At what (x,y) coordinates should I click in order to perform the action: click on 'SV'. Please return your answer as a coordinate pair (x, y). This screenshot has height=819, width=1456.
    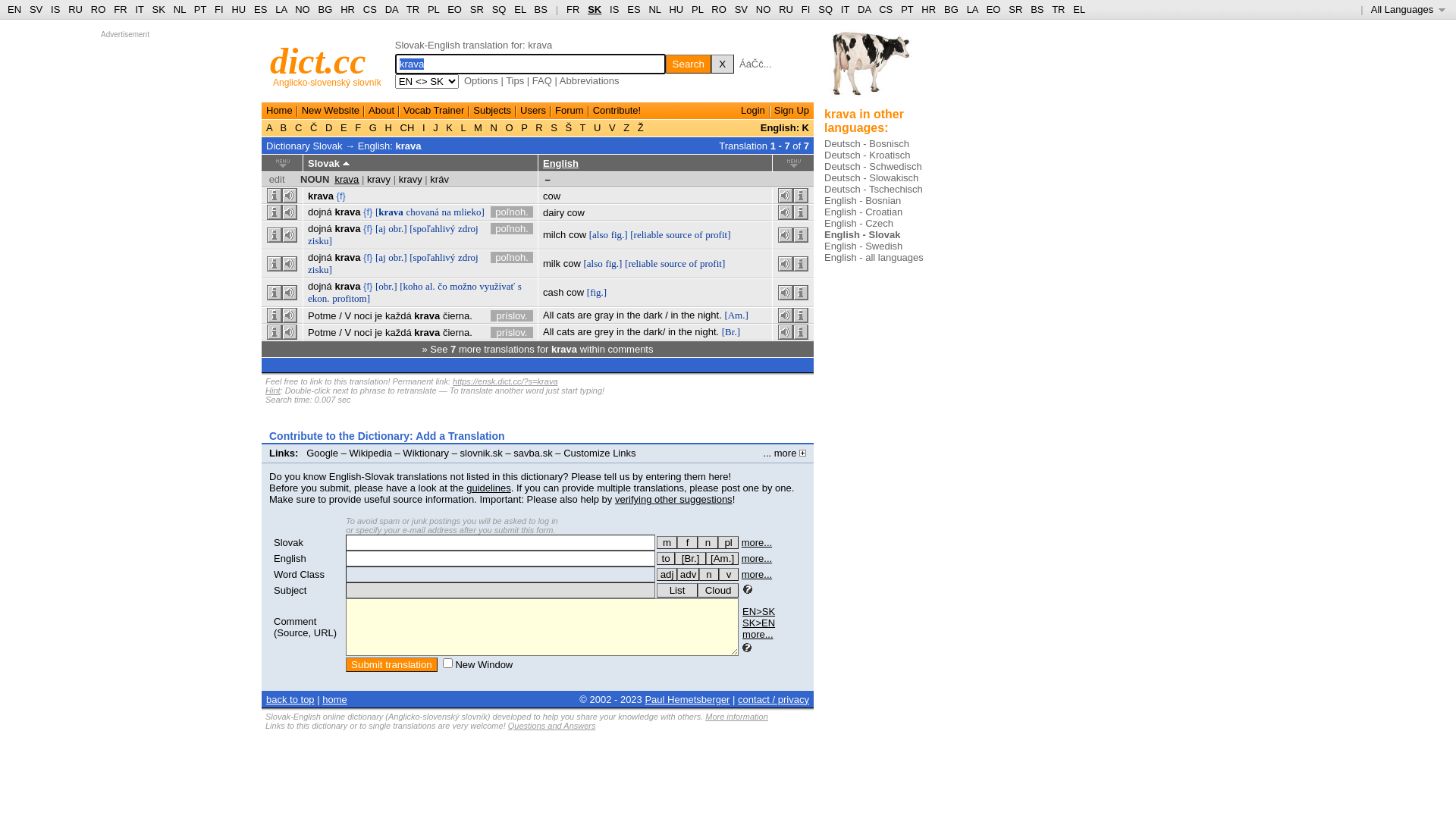
    Looking at the image, I should click on (741, 9).